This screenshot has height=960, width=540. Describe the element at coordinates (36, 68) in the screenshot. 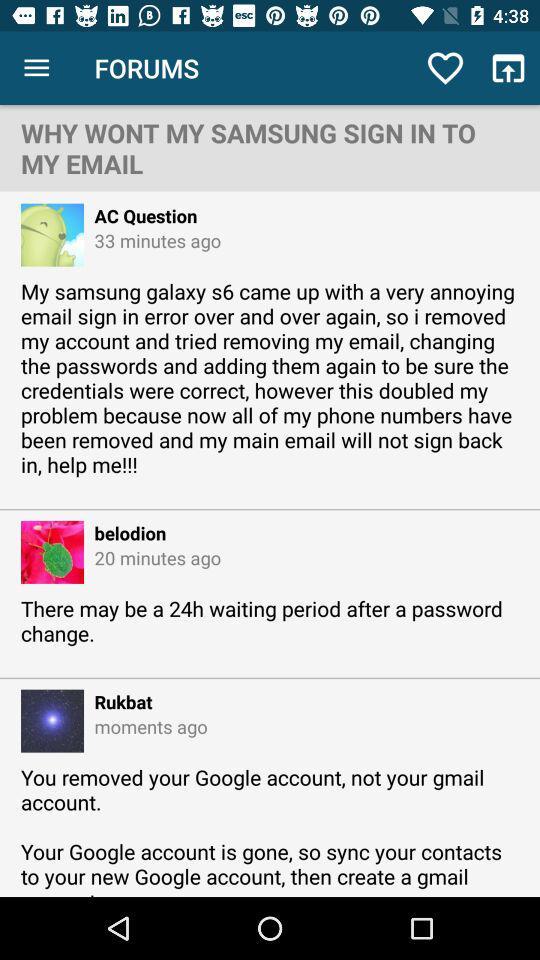

I see `the icon next to forums item` at that location.